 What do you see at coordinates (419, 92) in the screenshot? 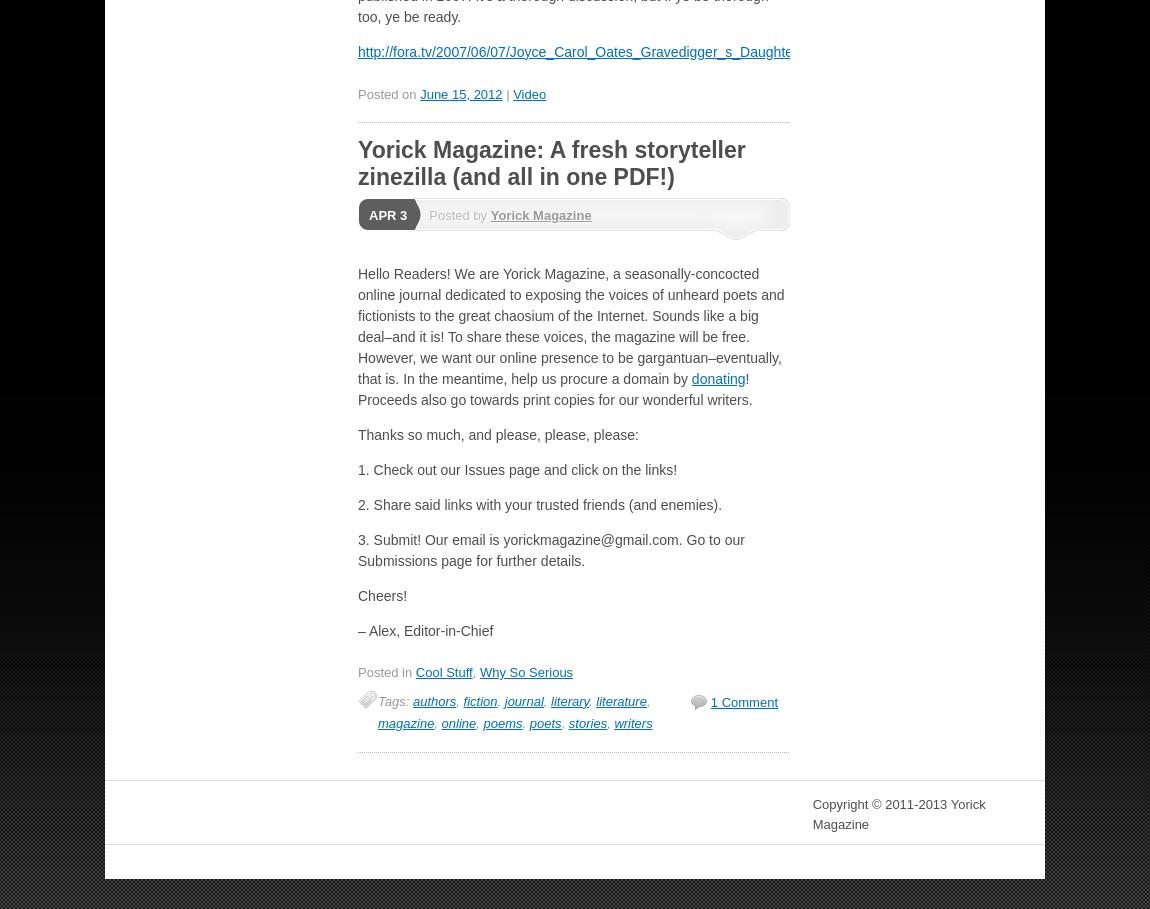
I see `'June 15, 2012'` at bounding box center [419, 92].